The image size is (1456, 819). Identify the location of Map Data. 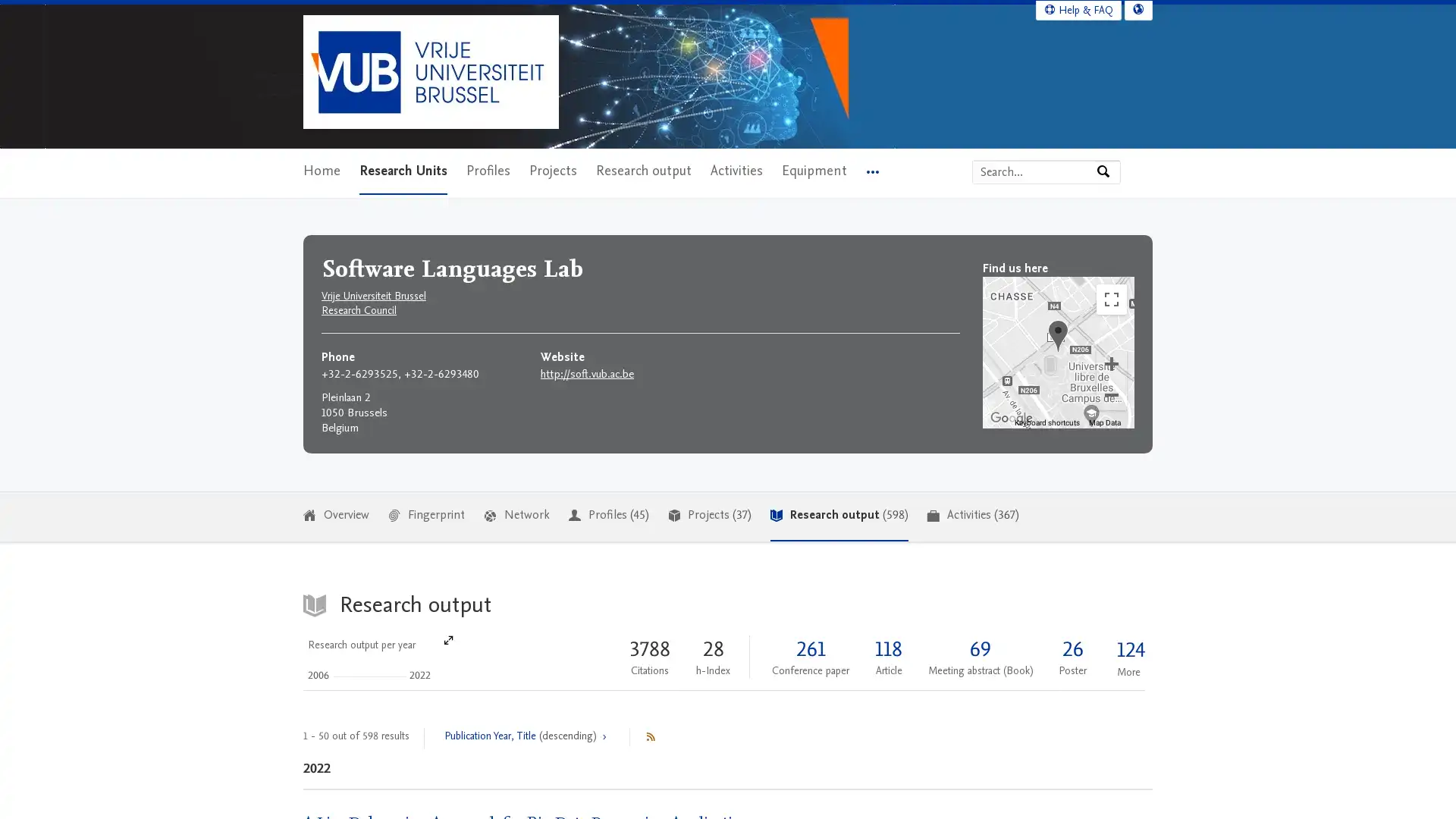
(1105, 422).